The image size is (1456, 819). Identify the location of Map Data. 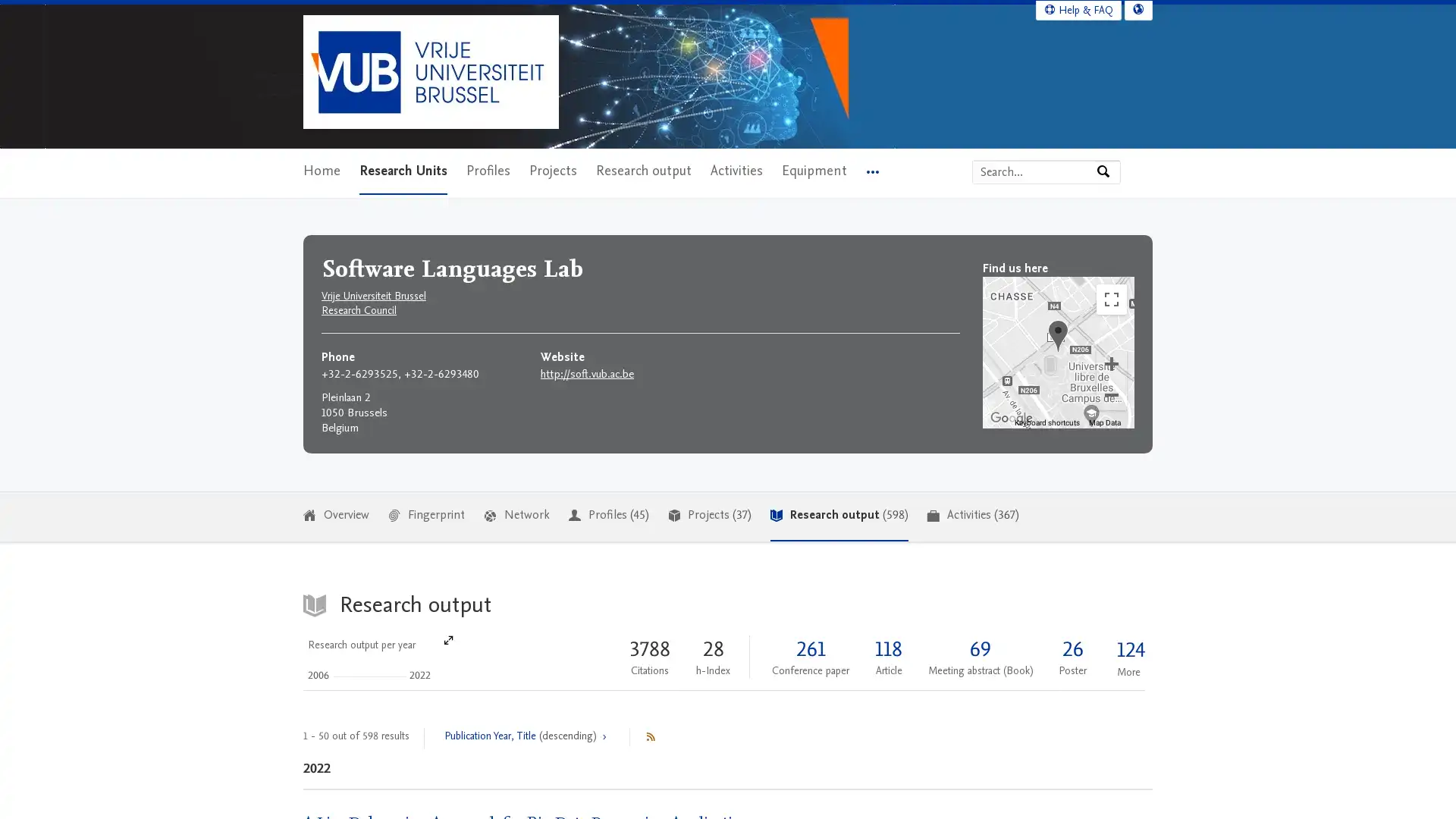
(1105, 422).